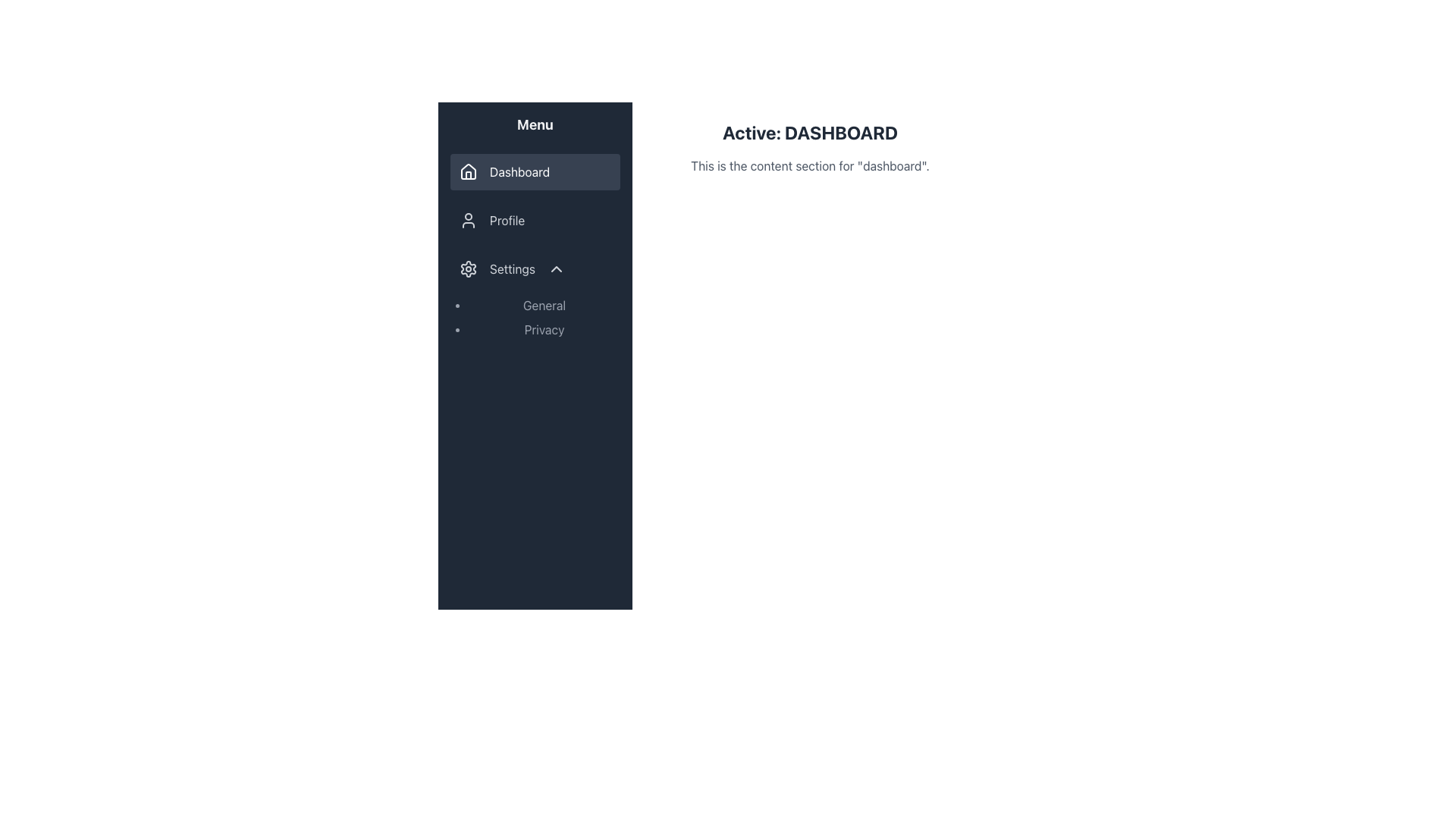 Image resolution: width=1456 pixels, height=819 pixels. What do you see at coordinates (468, 268) in the screenshot?
I see `the gear-like icon in the 'Settings' menu option located in the left-side navigation menu to interact with its associated menu` at bounding box center [468, 268].